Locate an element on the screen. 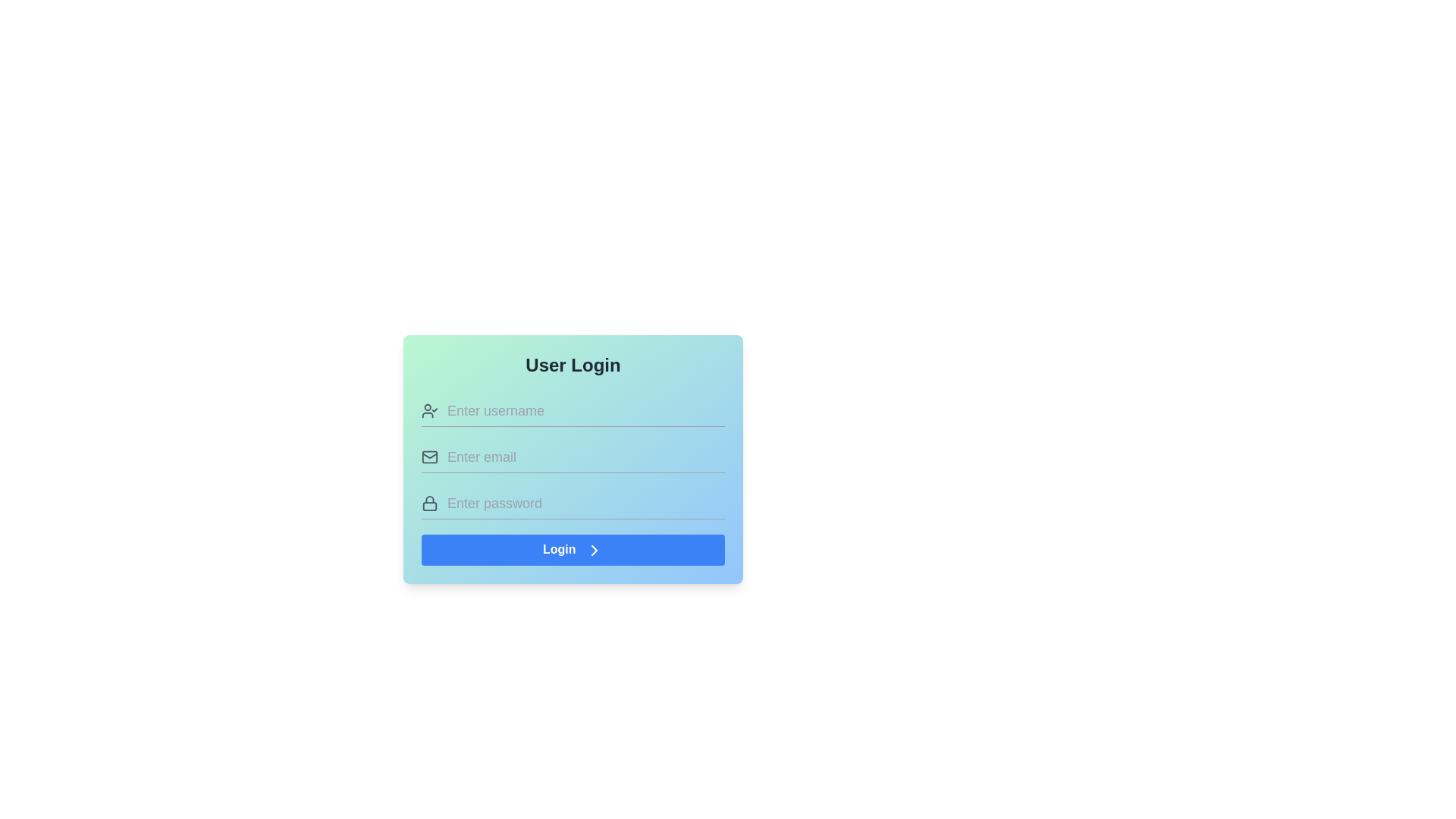  the grey padlock icon located to the left of the password input field in the third row of the login form is located at coordinates (428, 503).